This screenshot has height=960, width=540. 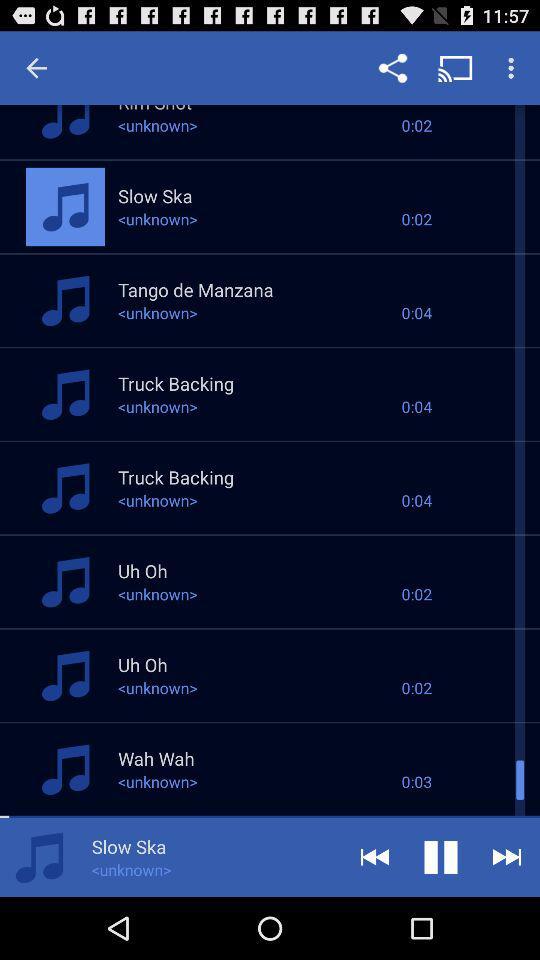 I want to click on the music icon, so click(x=39, y=917).